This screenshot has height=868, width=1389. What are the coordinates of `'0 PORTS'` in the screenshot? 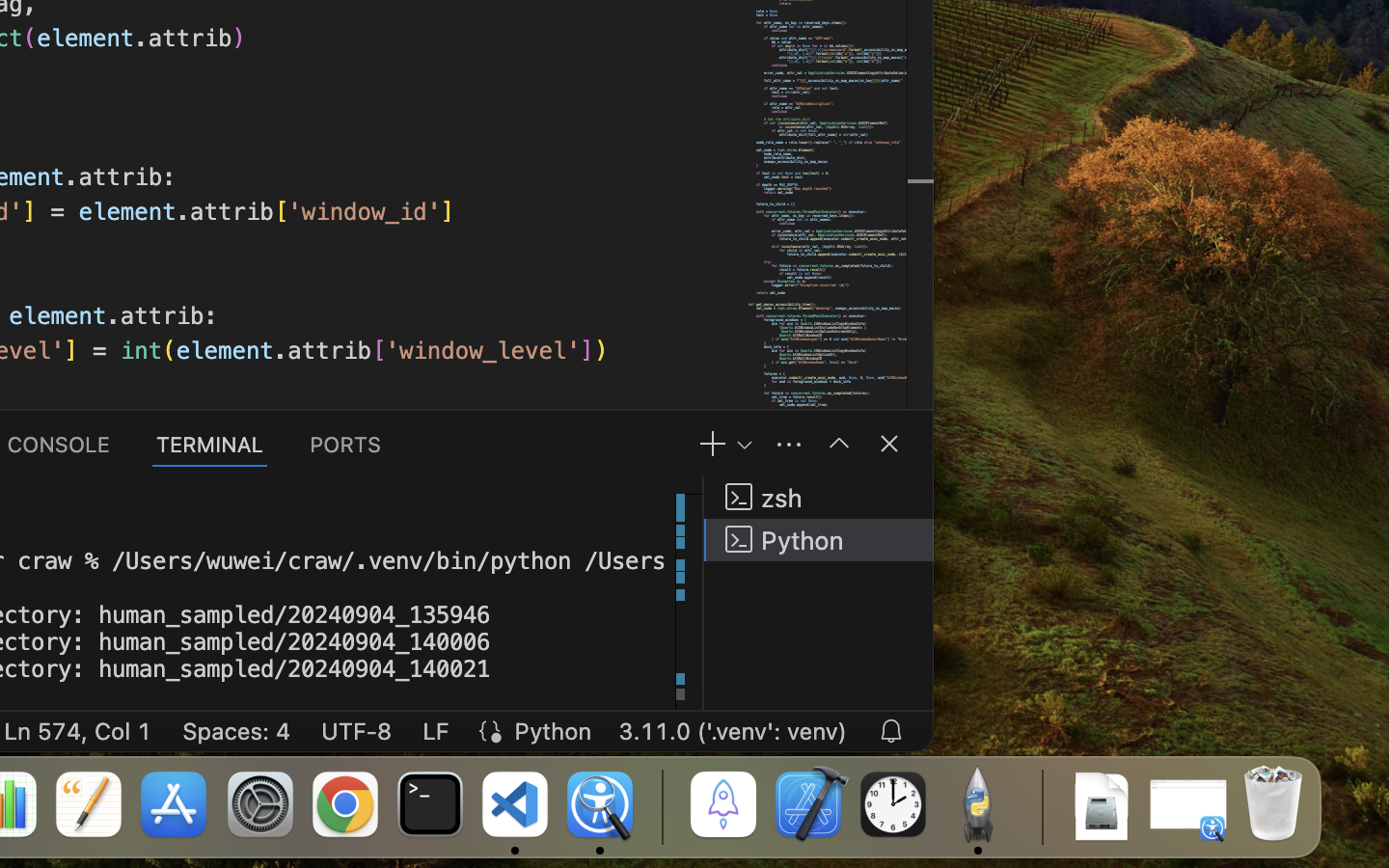 It's located at (345, 442).